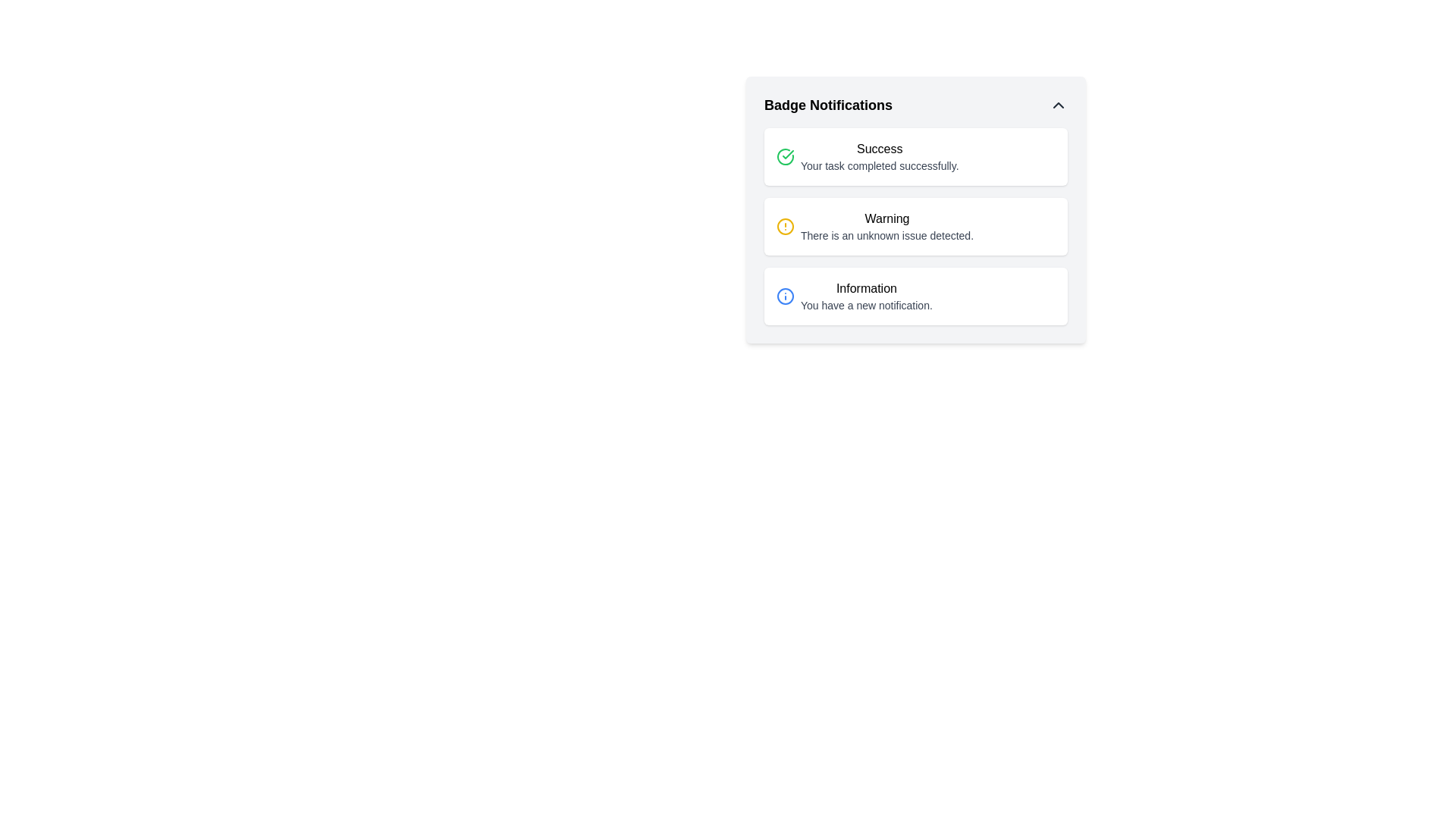  What do you see at coordinates (887, 219) in the screenshot?
I see `the warning text label that displays 'There is an unknown issue detected.' located at the upper half of the notification card in the 'Badge Notifications' section` at bounding box center [887, 219].